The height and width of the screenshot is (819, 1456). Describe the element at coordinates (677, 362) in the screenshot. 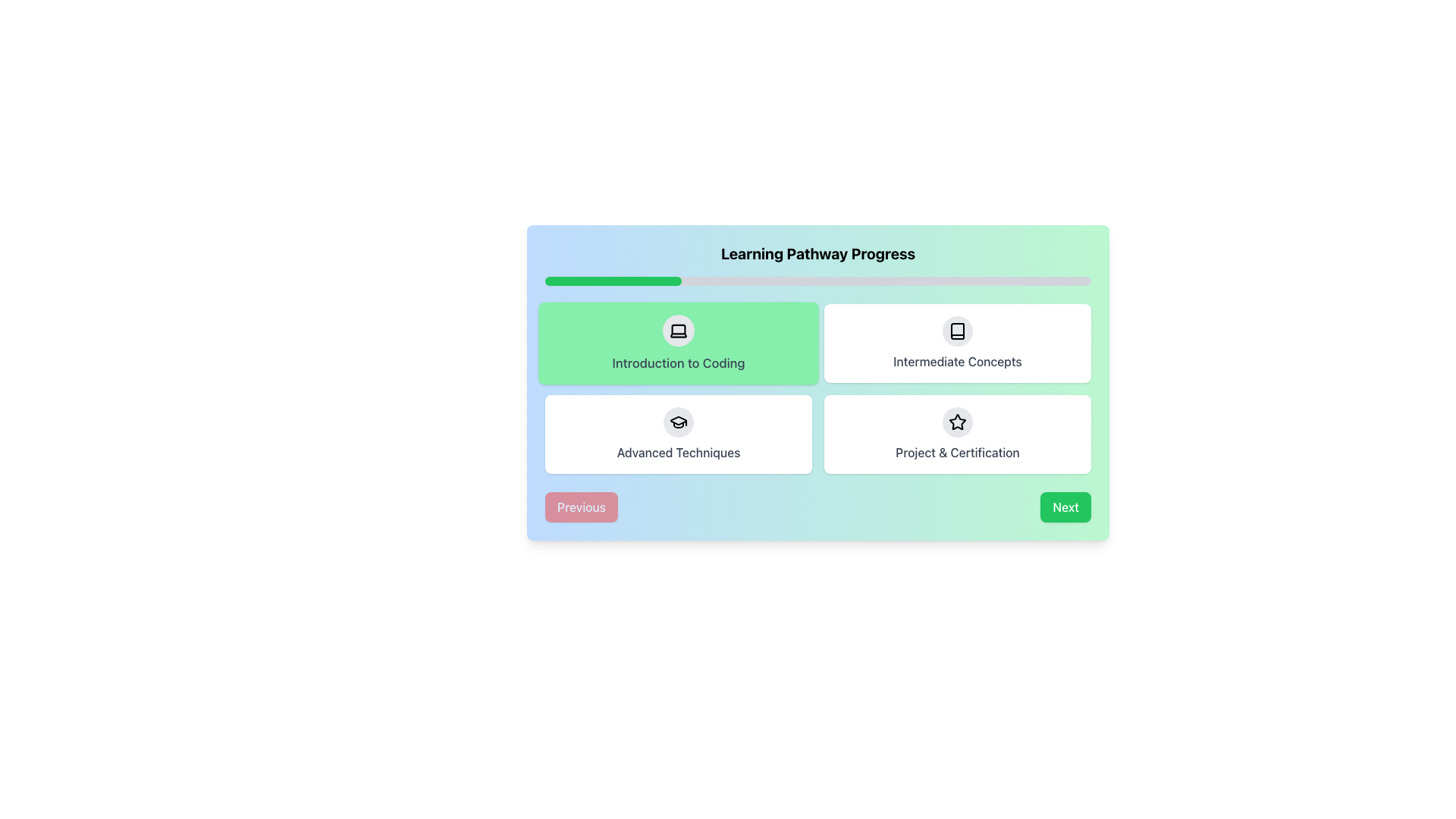

I see `the Text label that displays the title or topic of the associated module, located in the center of the top-left card in a 2x2 grid layout` at that location.